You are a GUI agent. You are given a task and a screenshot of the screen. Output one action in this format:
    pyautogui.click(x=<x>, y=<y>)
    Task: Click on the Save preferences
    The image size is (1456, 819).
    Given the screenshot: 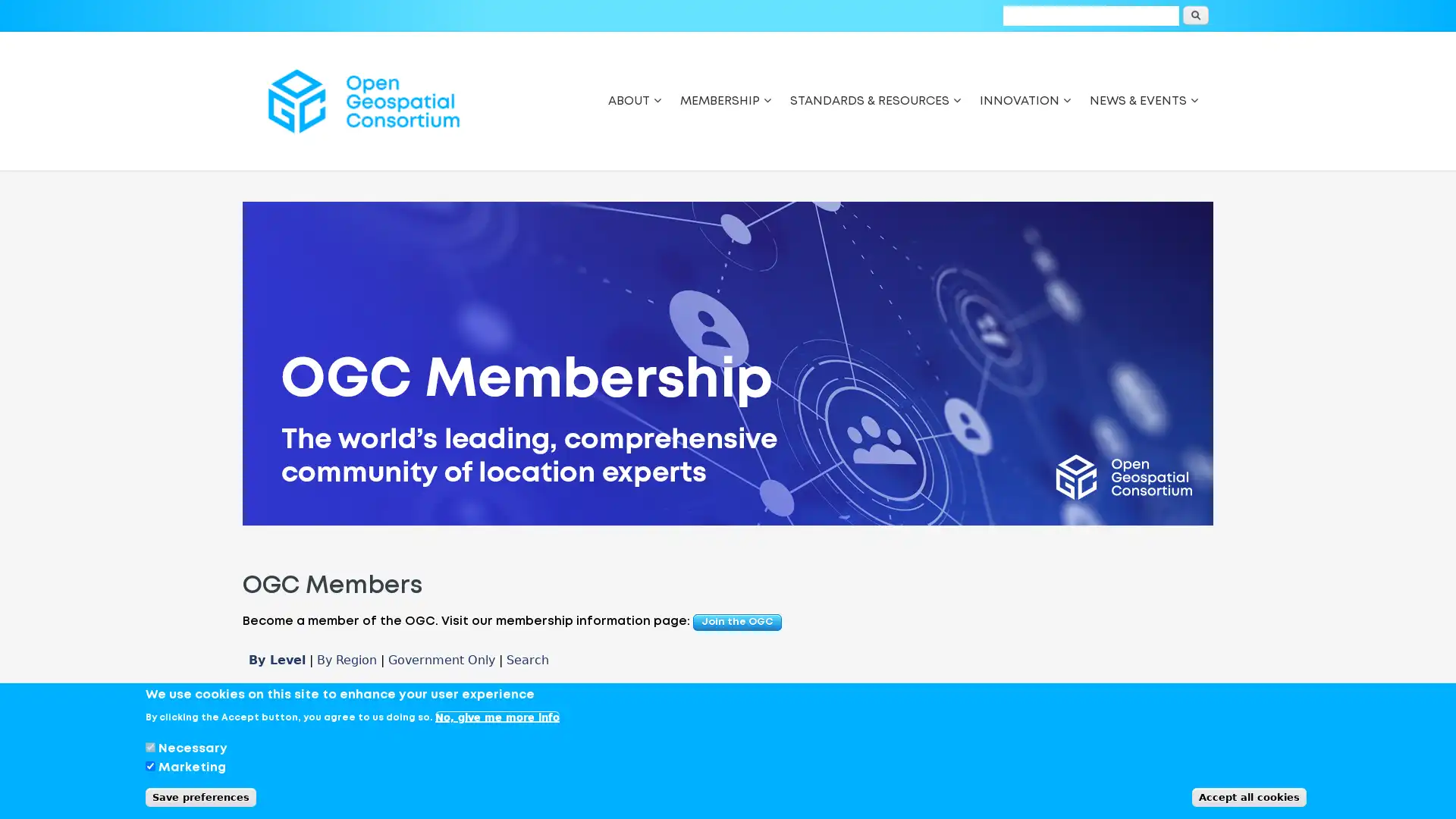 What is the action you would take?
    pyautogui.click(x=199, y=796)
    